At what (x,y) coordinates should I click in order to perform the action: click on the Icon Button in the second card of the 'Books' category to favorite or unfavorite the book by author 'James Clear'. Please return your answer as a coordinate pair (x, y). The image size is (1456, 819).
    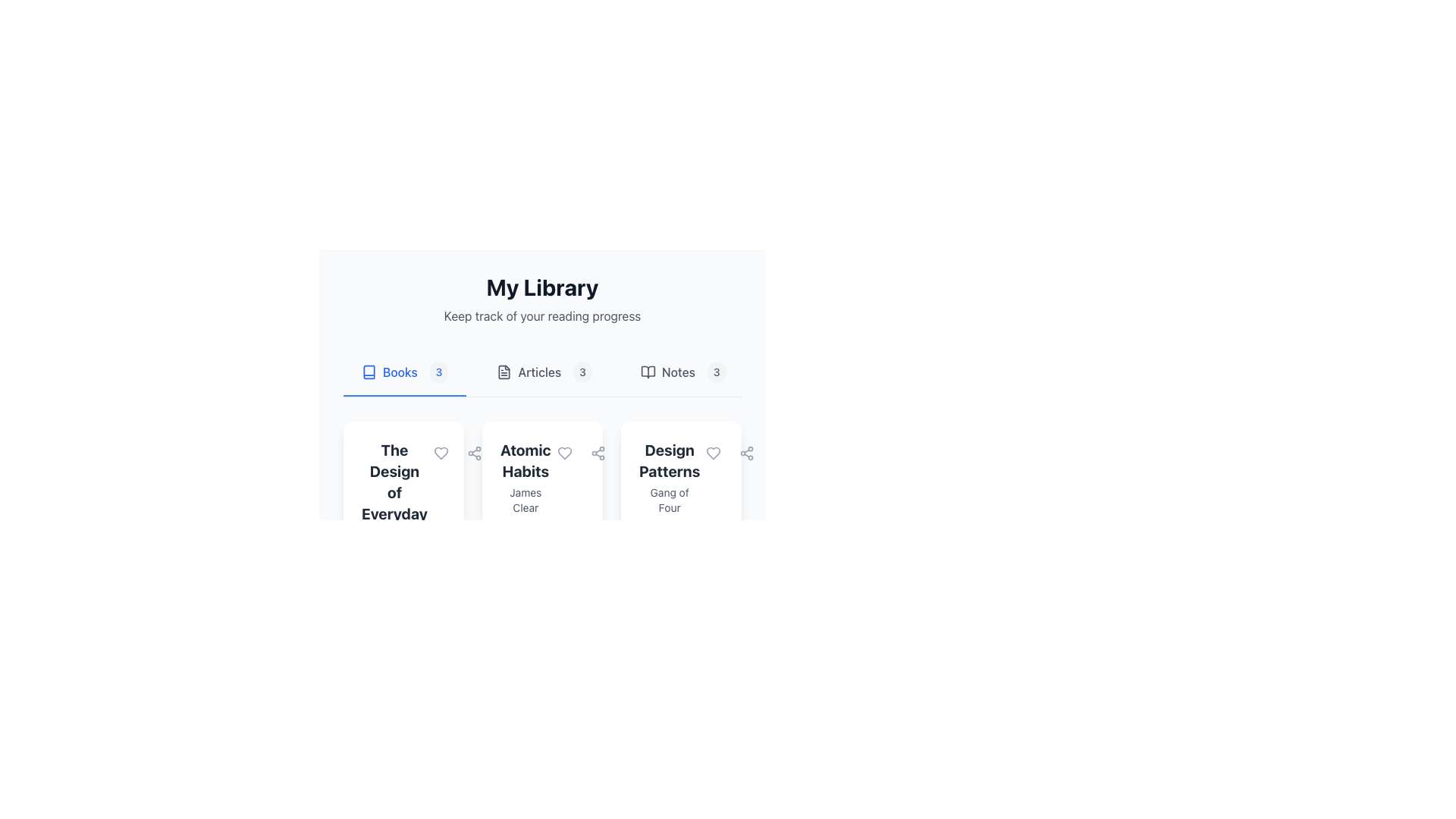
    Looking at the image, I should click on (563, 452).